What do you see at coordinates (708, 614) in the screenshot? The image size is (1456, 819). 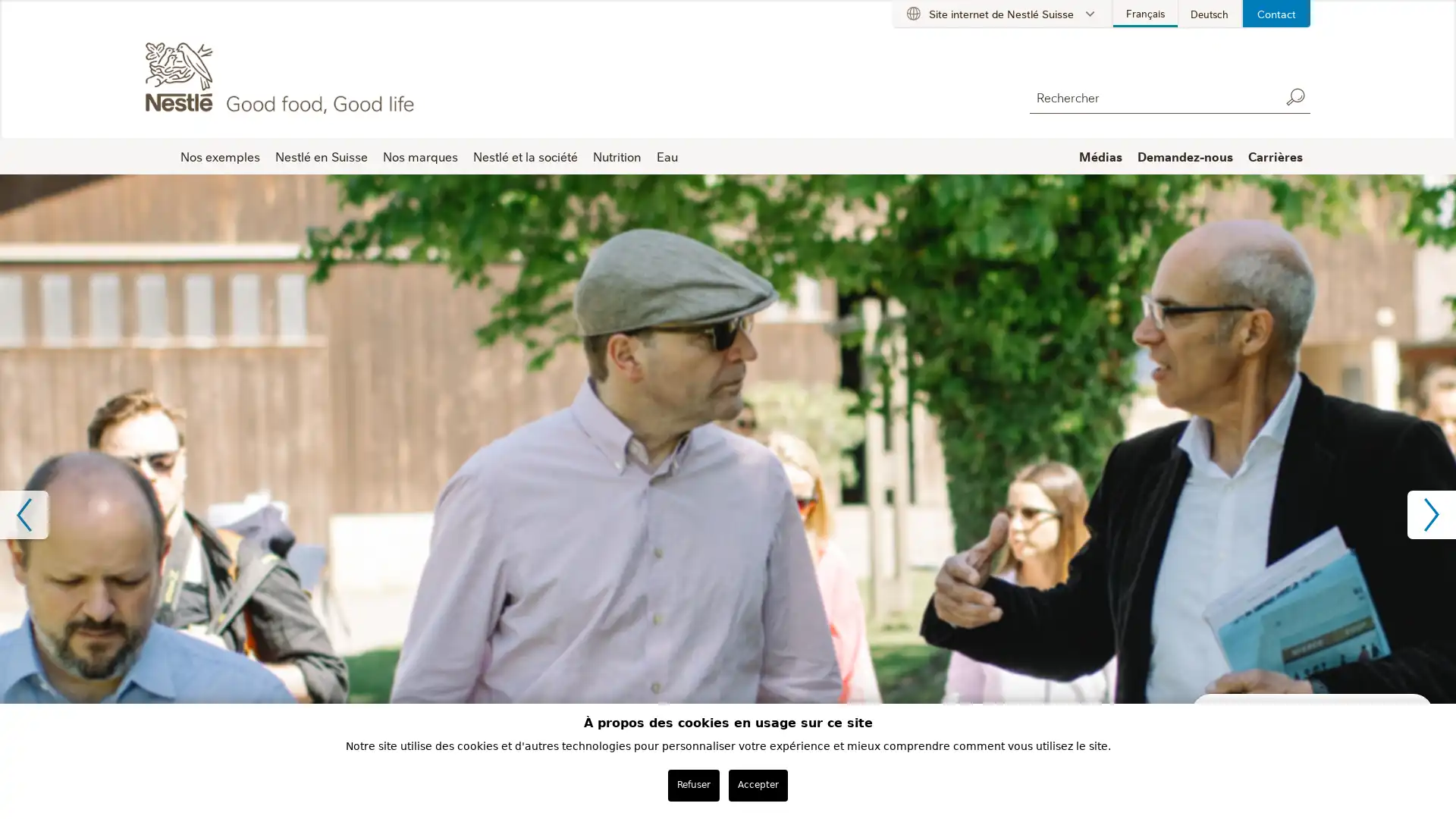 I see `2 of 5` at bounding box center [708, 614].